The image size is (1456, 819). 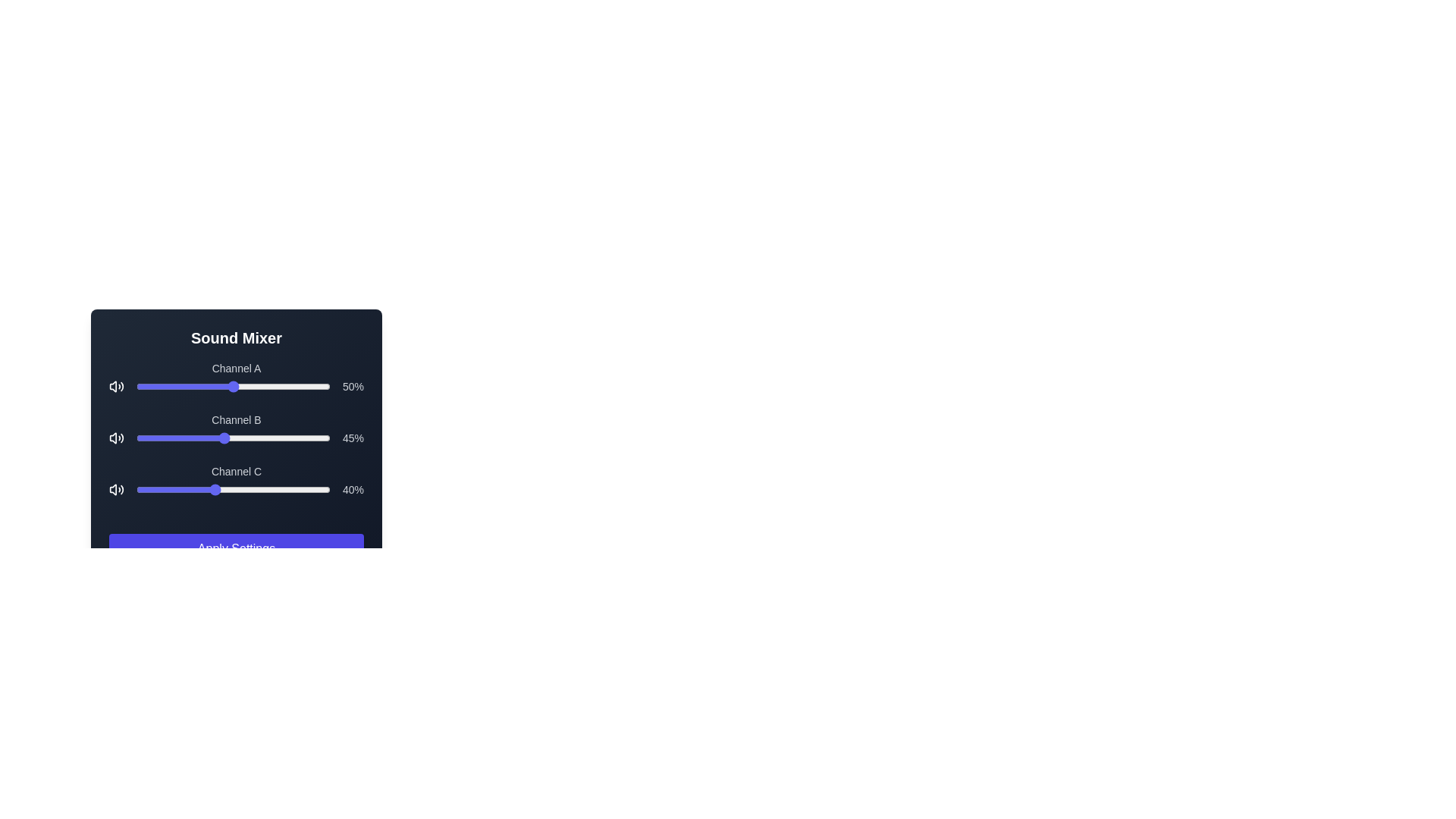 I want to click on Channel A volume, so click(x=180, y=385).